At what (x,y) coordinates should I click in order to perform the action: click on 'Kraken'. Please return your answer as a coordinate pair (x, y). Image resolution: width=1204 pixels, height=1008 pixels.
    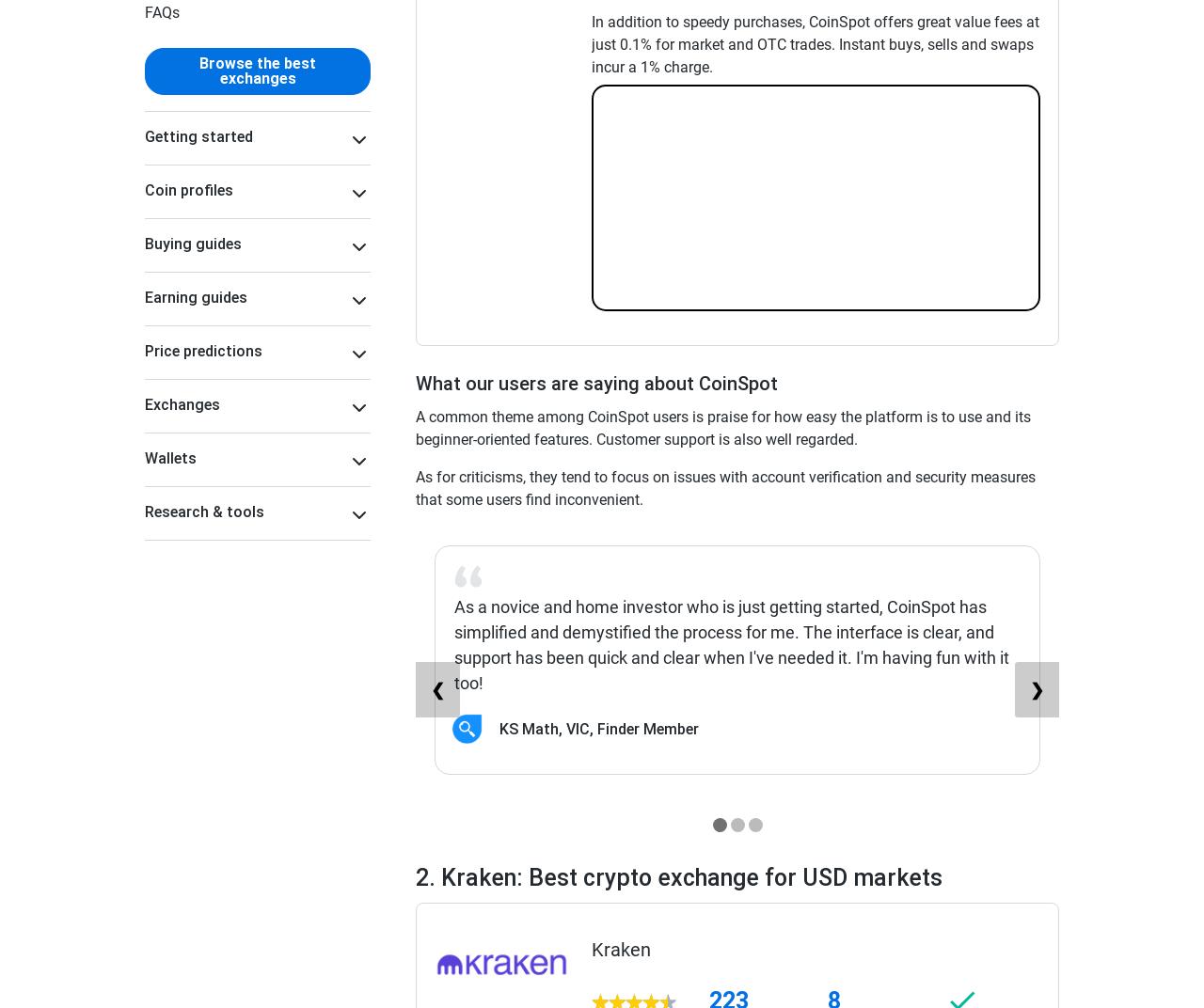
    Looking at the image, I should click on (621, 950).